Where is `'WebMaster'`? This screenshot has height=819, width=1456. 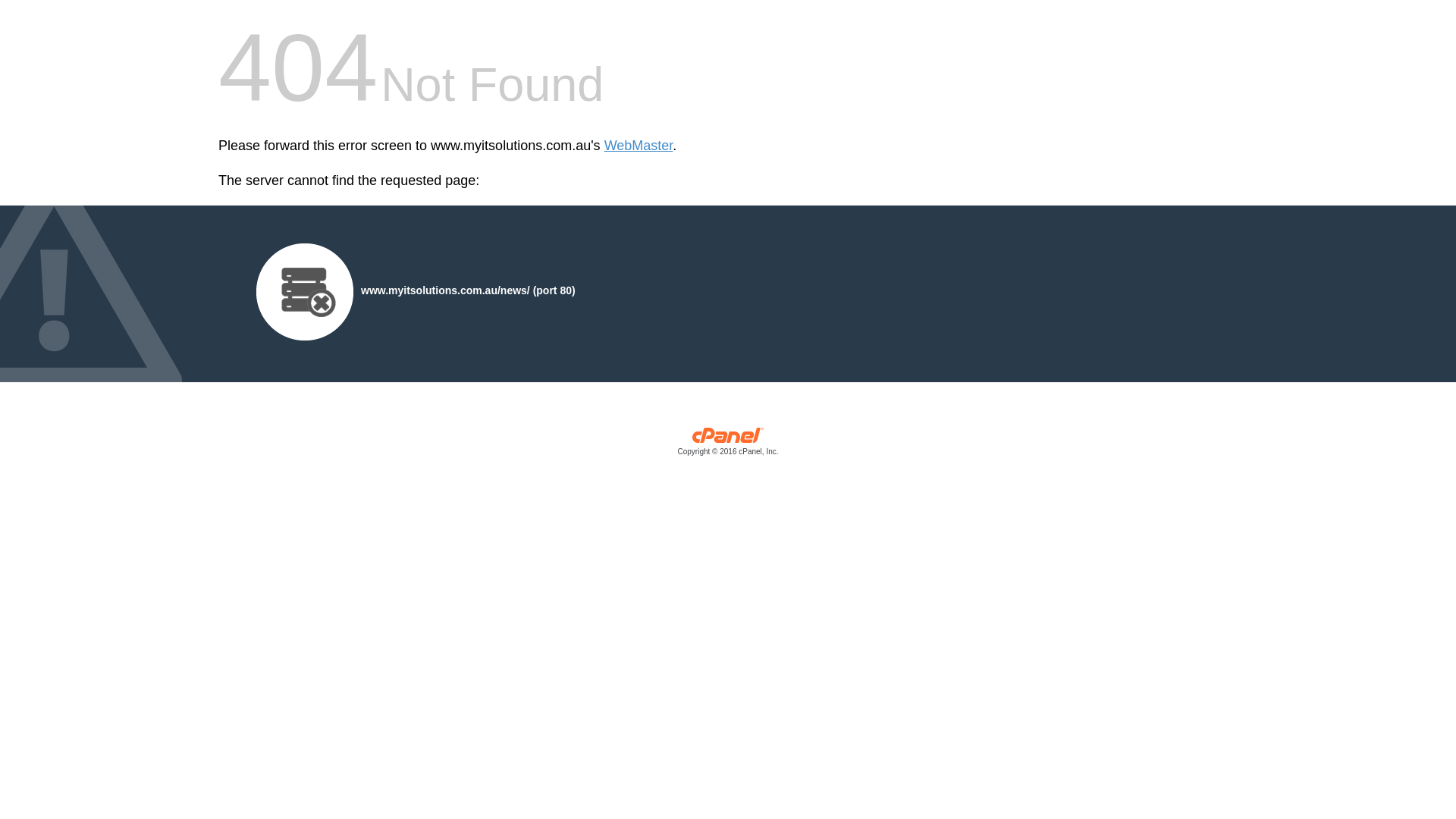 'WebMaster' is located at coordinates (639, 146).